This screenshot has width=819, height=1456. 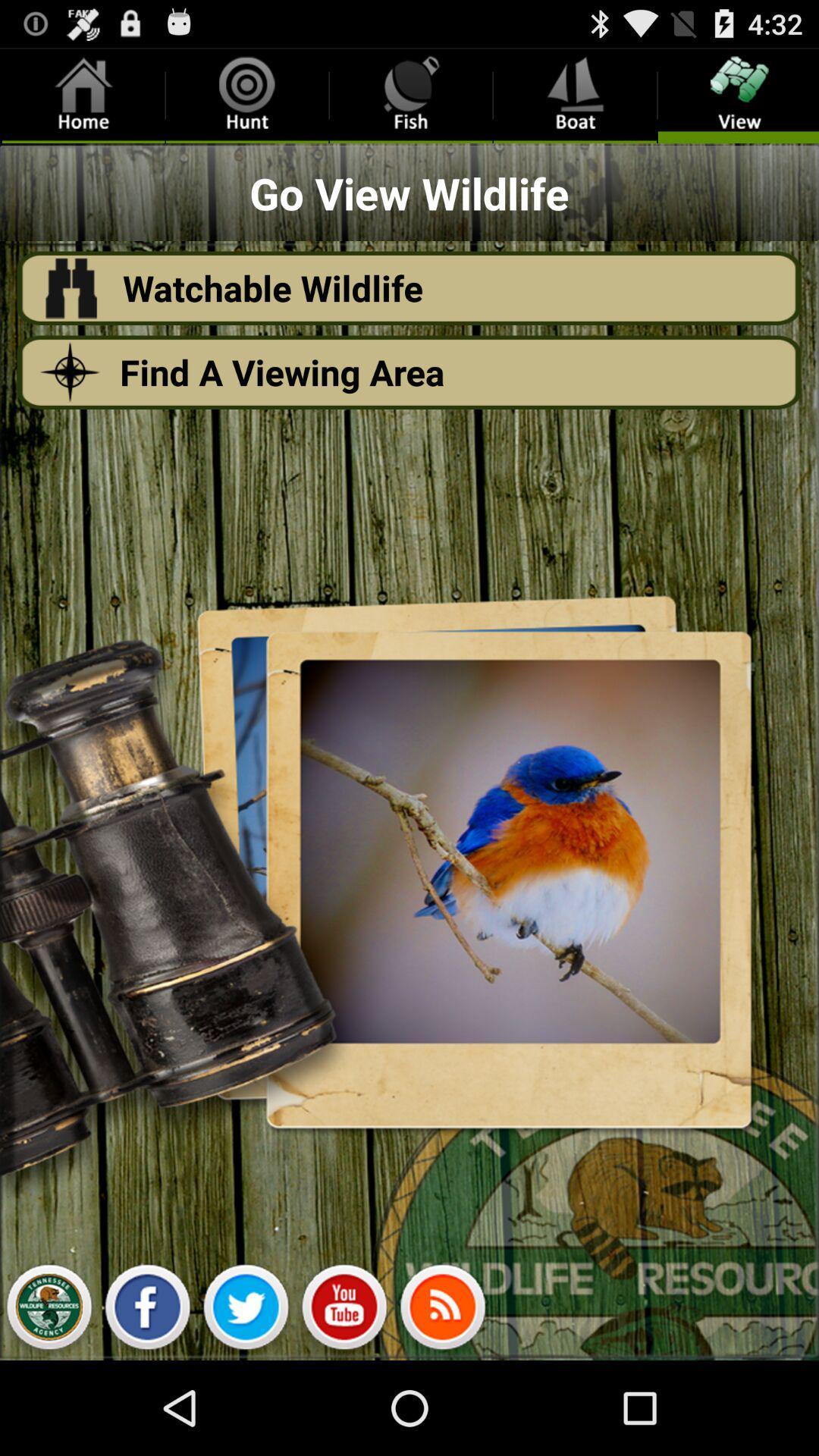 I want to click on the twitter icon, so click(x=245, y=1402).